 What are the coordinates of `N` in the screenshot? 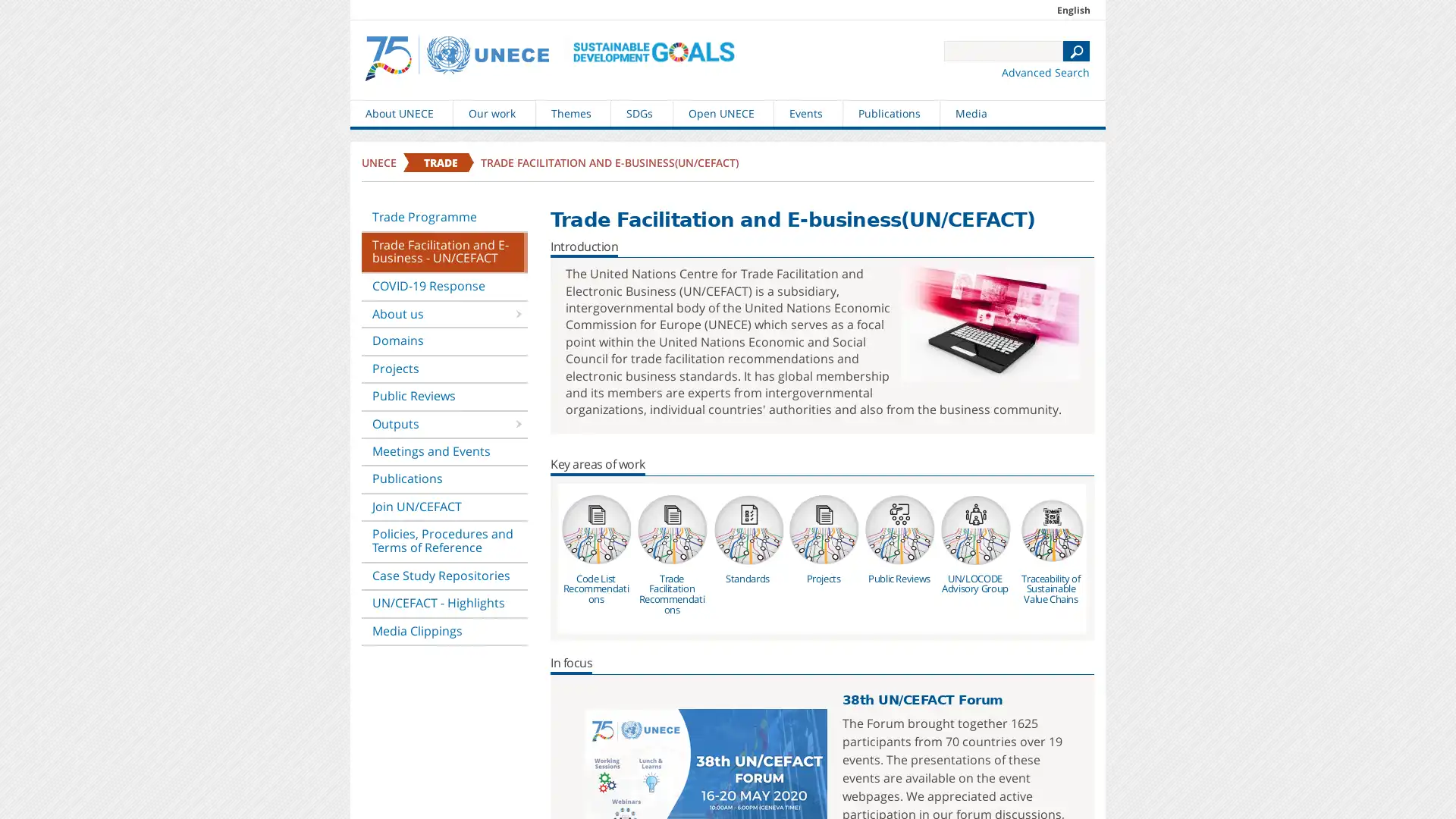 It's located at (1075, 50).